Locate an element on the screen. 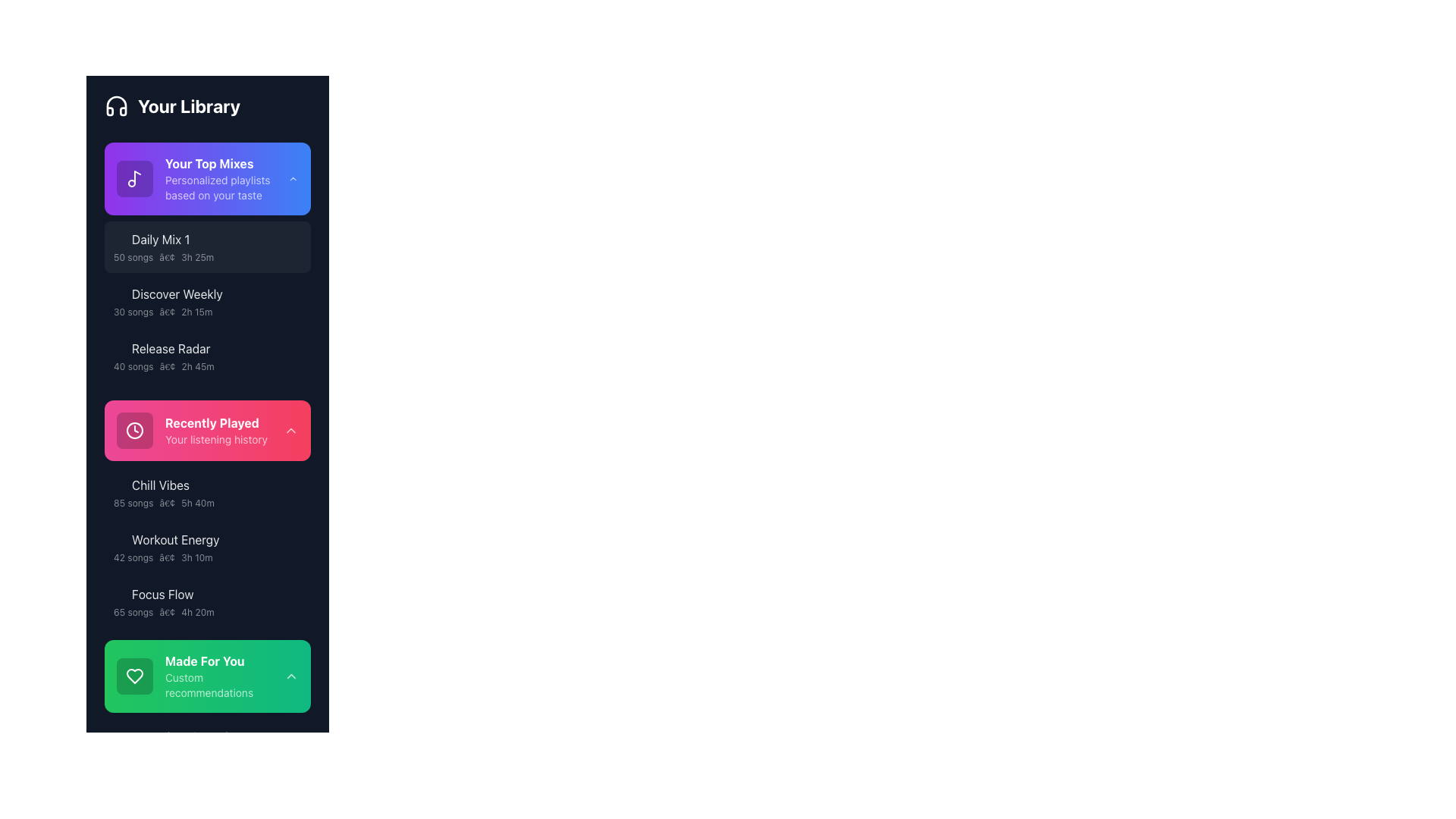 The image size is (1456, 819). the small triangular play icon located in the 'Workout Energy' section for accessibility navigation is located at coordinates (119, 539).